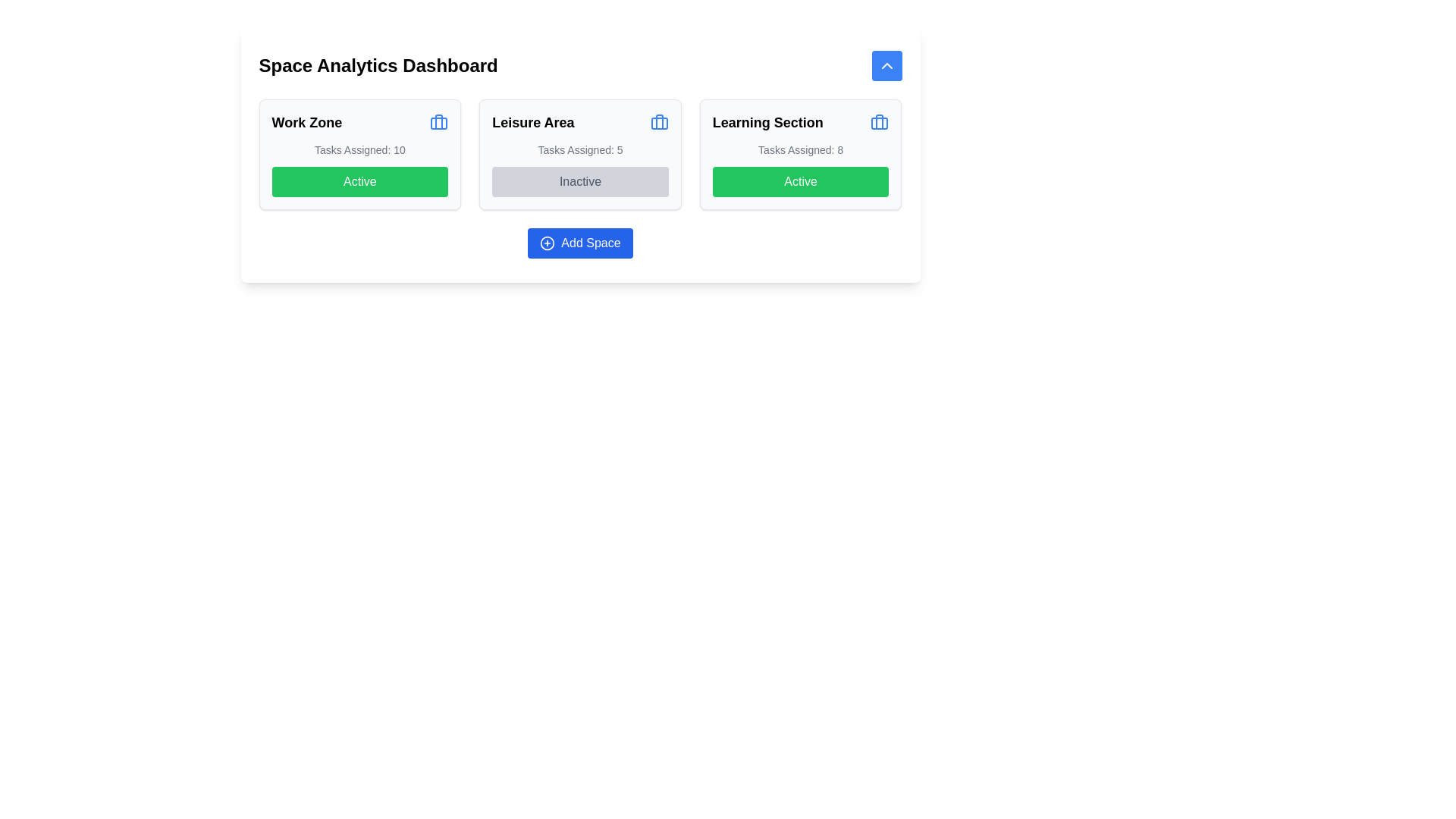  Describe the element at coordinates (800, 122) in the screenshot. I see `the 'Learning Section' label text with an associated icon, which serves as the title for its card and is located at the top of the card, above the 'Tasks Assigned: 8' text and the 'Active' button` at that location.